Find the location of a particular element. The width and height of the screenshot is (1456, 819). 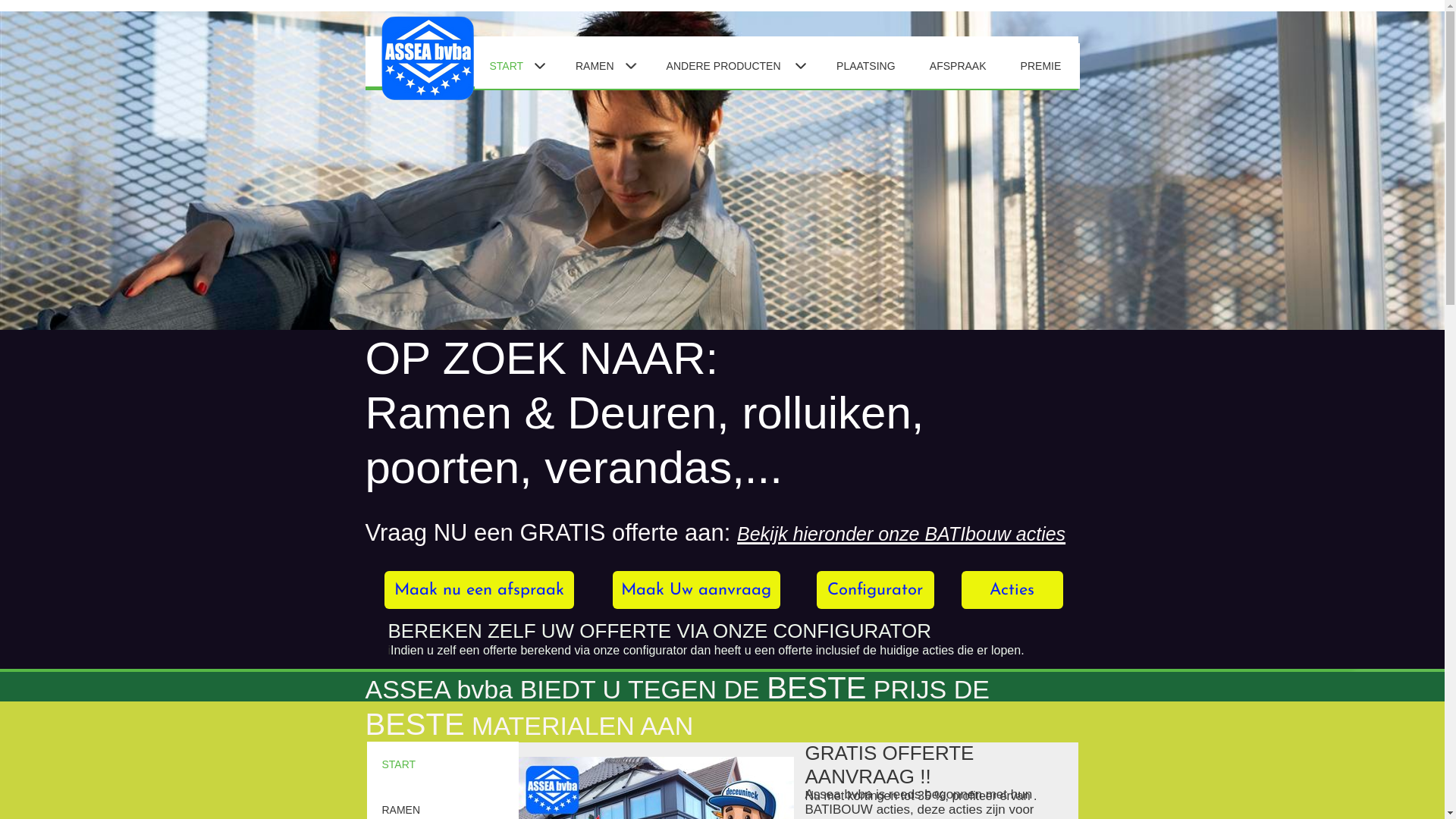

'ANDERE PRODUCTEN' is located at coordinates (651, 64).